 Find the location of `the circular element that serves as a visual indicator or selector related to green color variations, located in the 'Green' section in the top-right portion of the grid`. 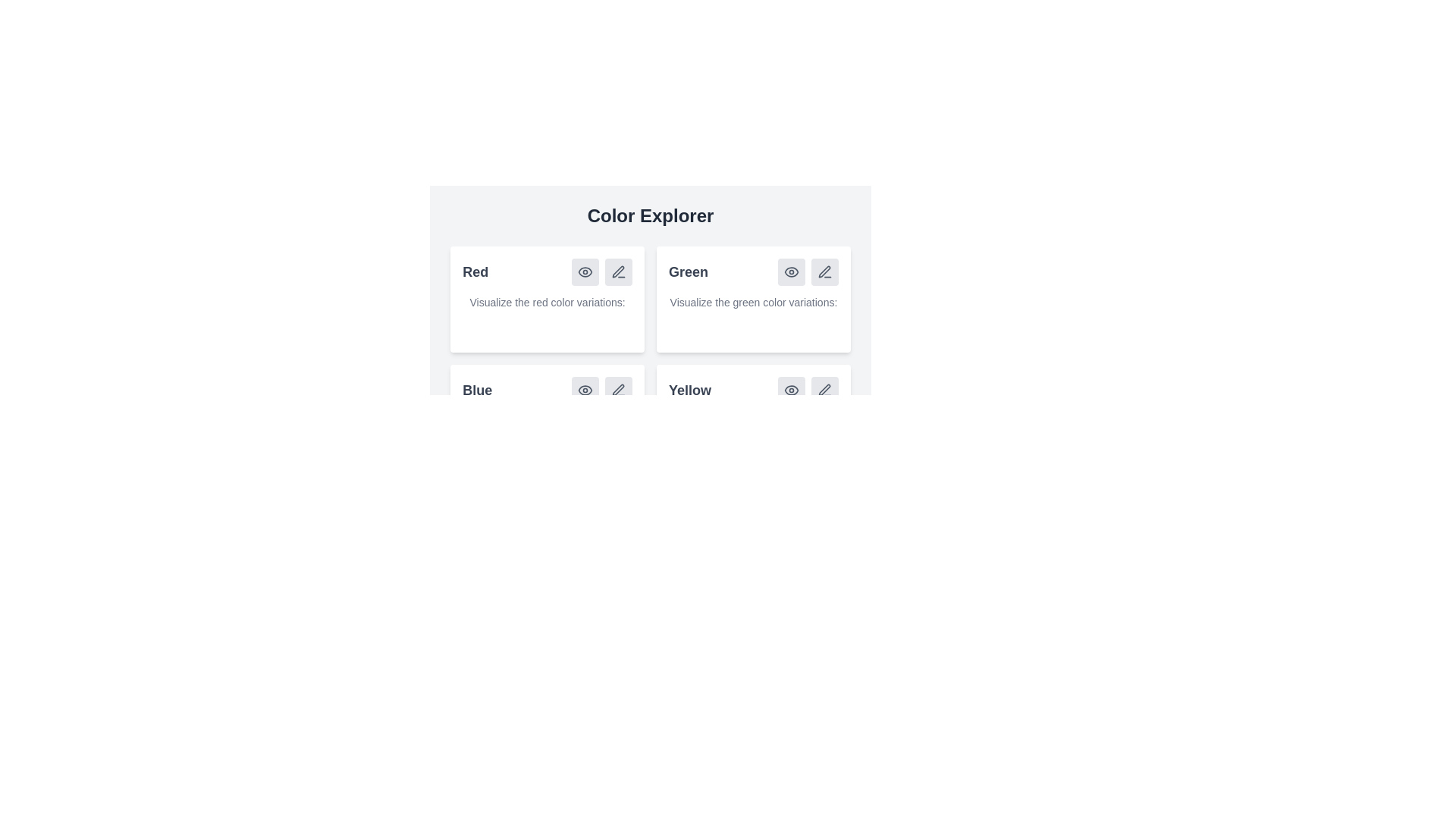

the circular element that serves as a visual indicator or selector related to green color variations, located in the 'Green' section in the top-right portion of the grid is located at coordinates (742, 327).